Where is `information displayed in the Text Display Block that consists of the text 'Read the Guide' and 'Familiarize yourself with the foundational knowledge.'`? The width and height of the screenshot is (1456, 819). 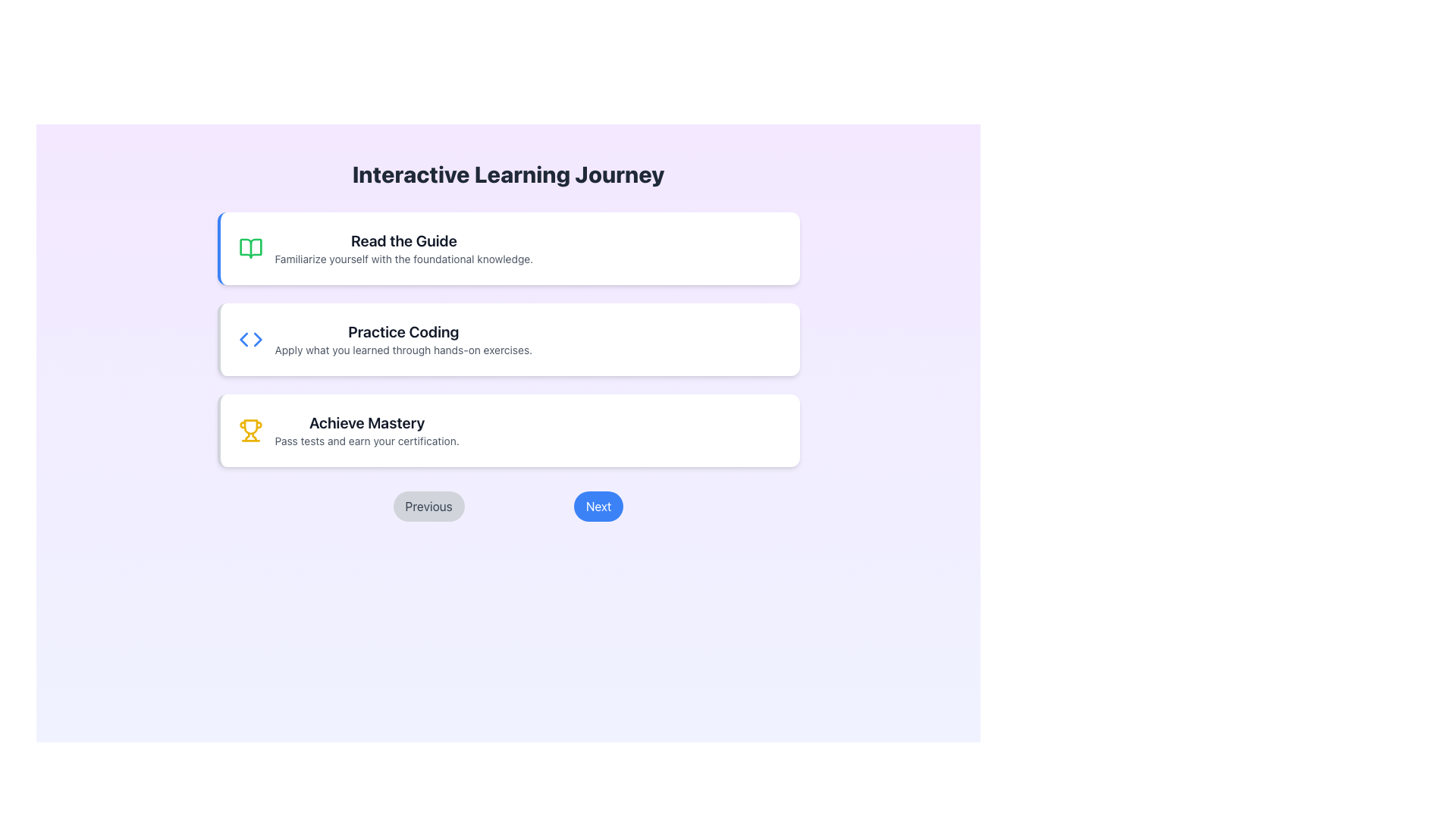
information displayed in the Text Display Block that consists of the text 'Read the Guide' and 'Familiarize yourself with the foundational knowledge.' is located at coordinates (403, 247).